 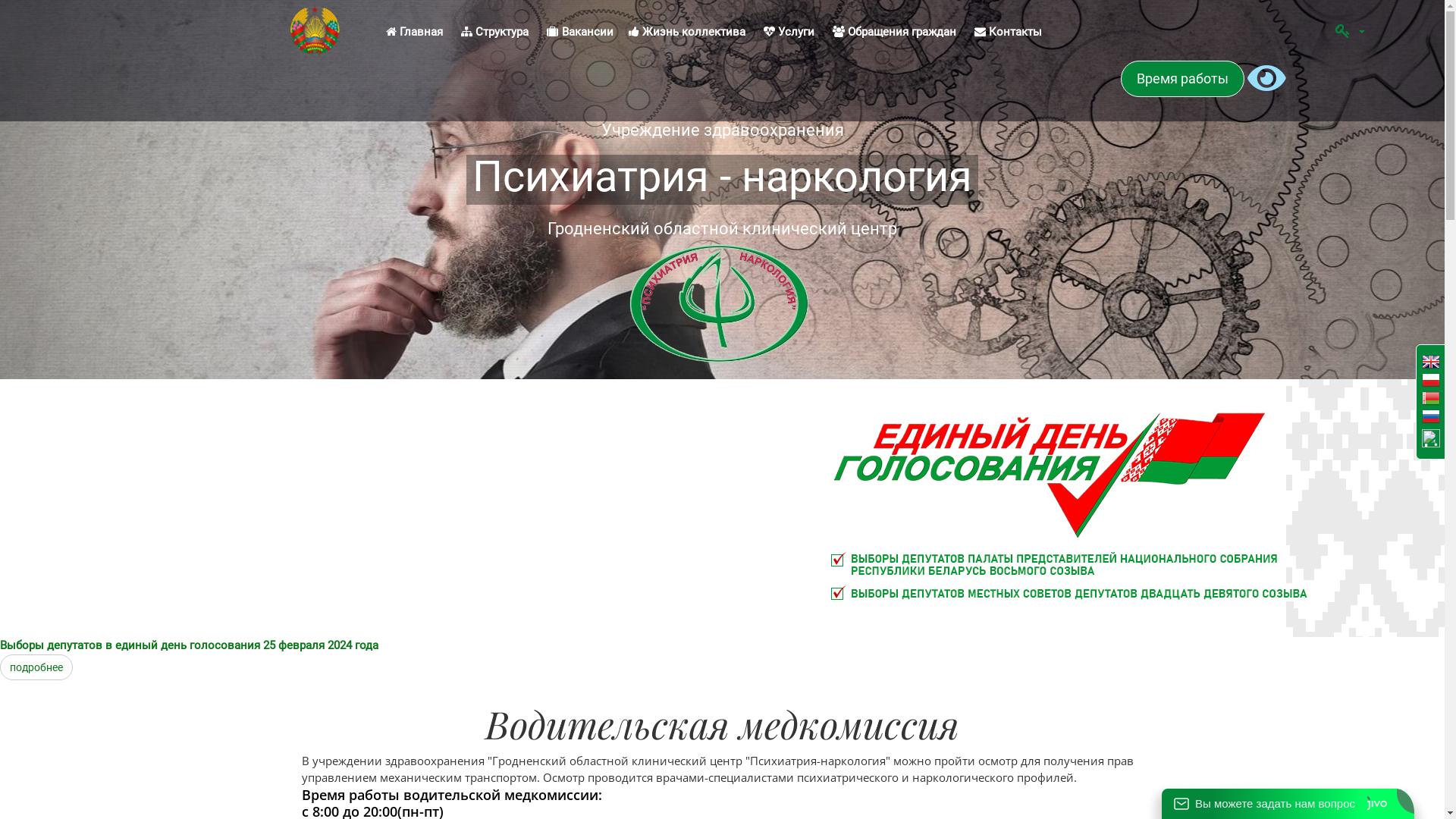 I want to click on 'Russian', so click(x=1429, y=418).